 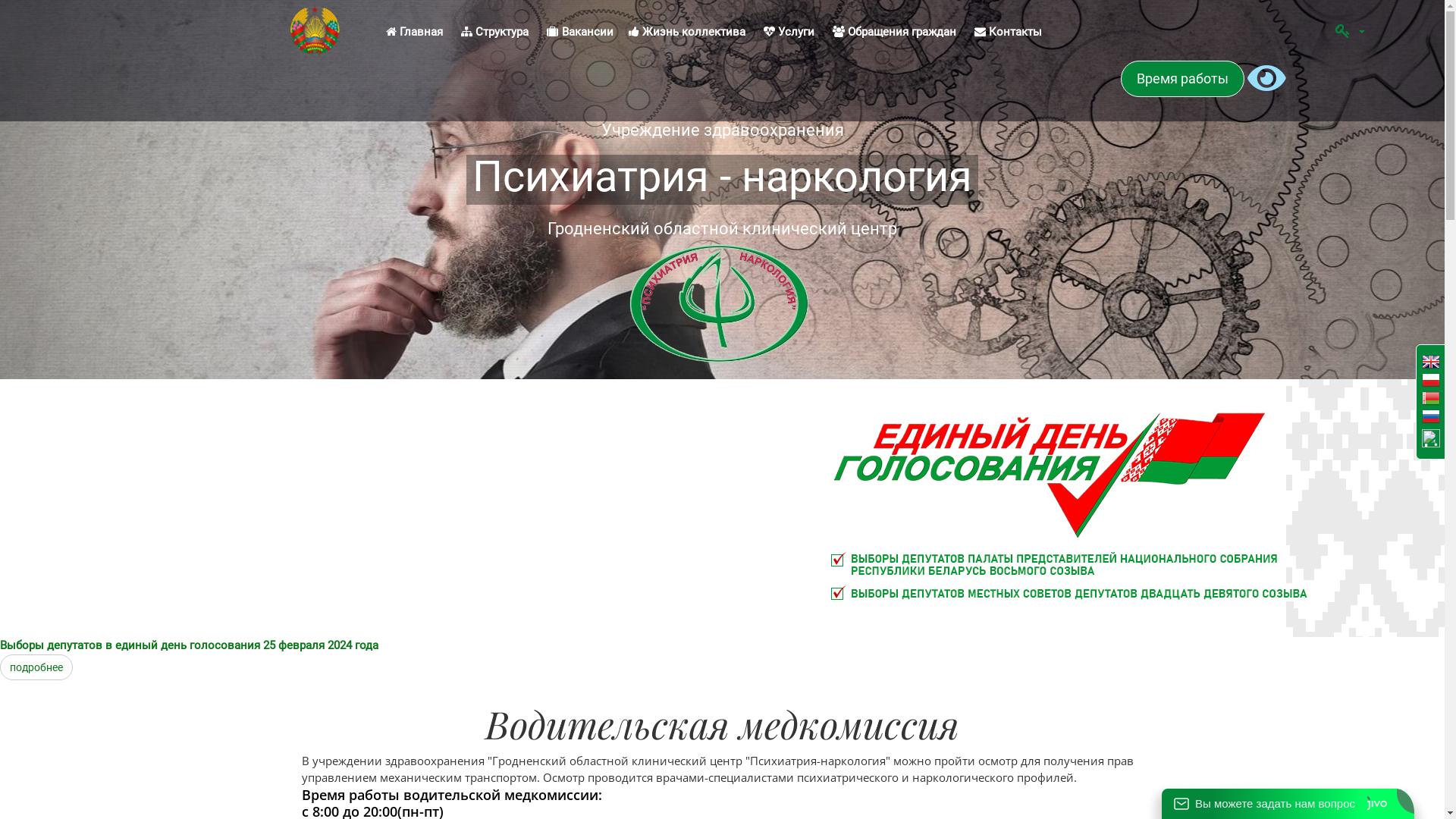 I want to click on 'Russian', so click(x=1429, y=418).